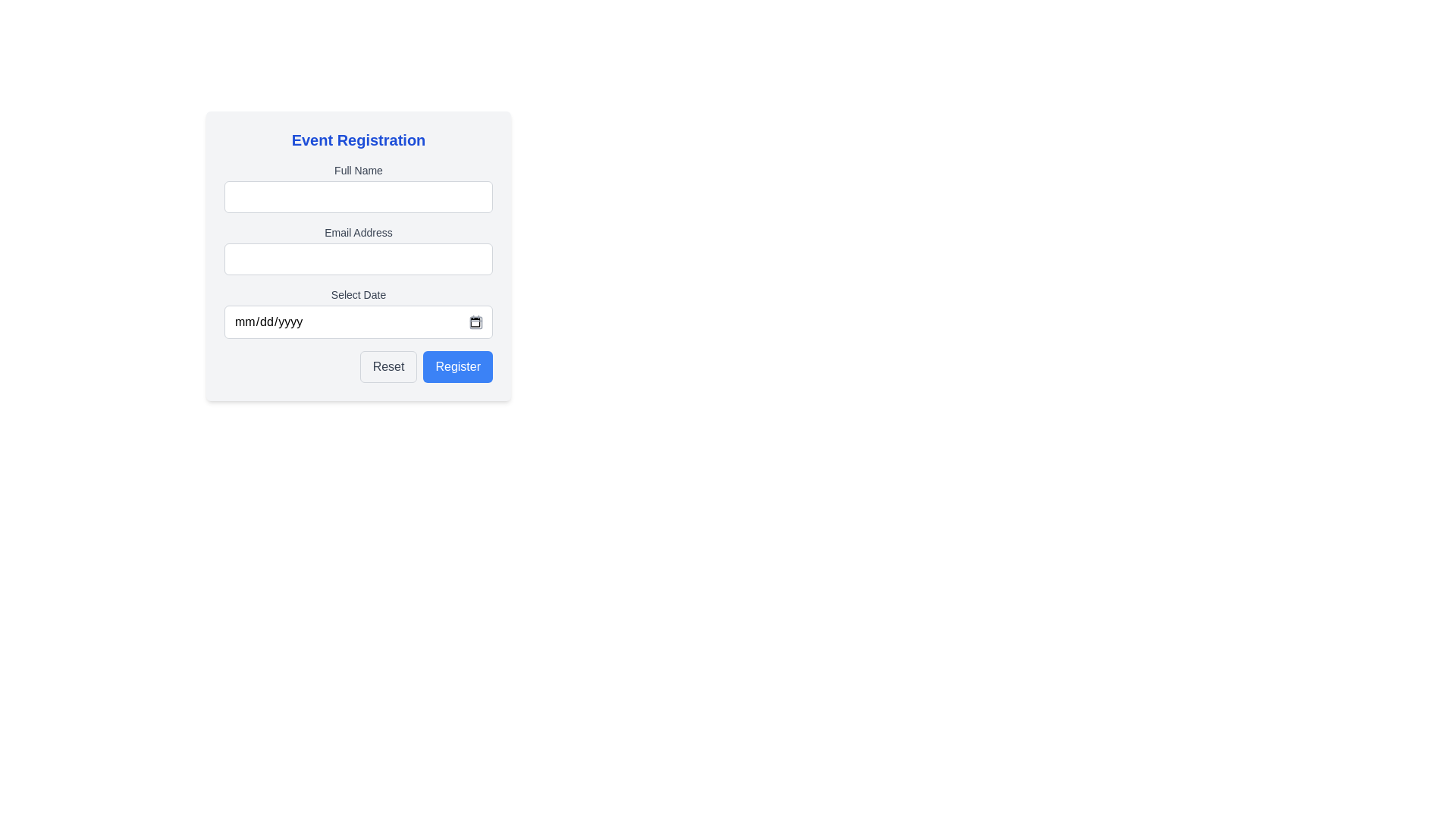 The width and height of the screenshot is (1456, 819). Describe the element at coordinates (358, 170) in the screenshot. I see `the 'Full Name' label, which is a medium-sized gray text label positioned above the input field for entering the full name in the registration form` at that location.